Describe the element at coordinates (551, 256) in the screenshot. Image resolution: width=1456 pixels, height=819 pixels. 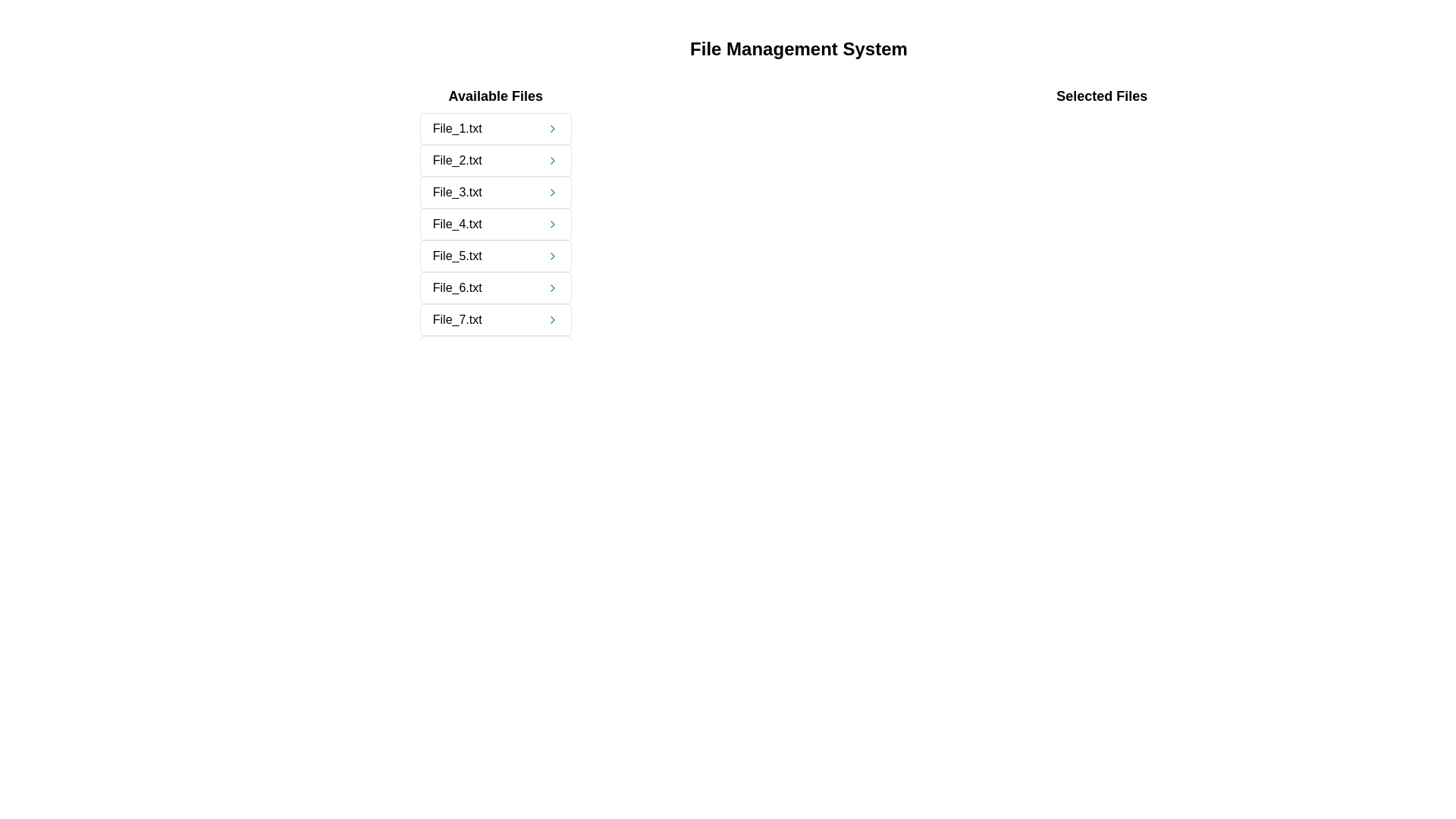
I see `the interactive button located at the far-right end of the 'File_5.txt' entry box` at that location.